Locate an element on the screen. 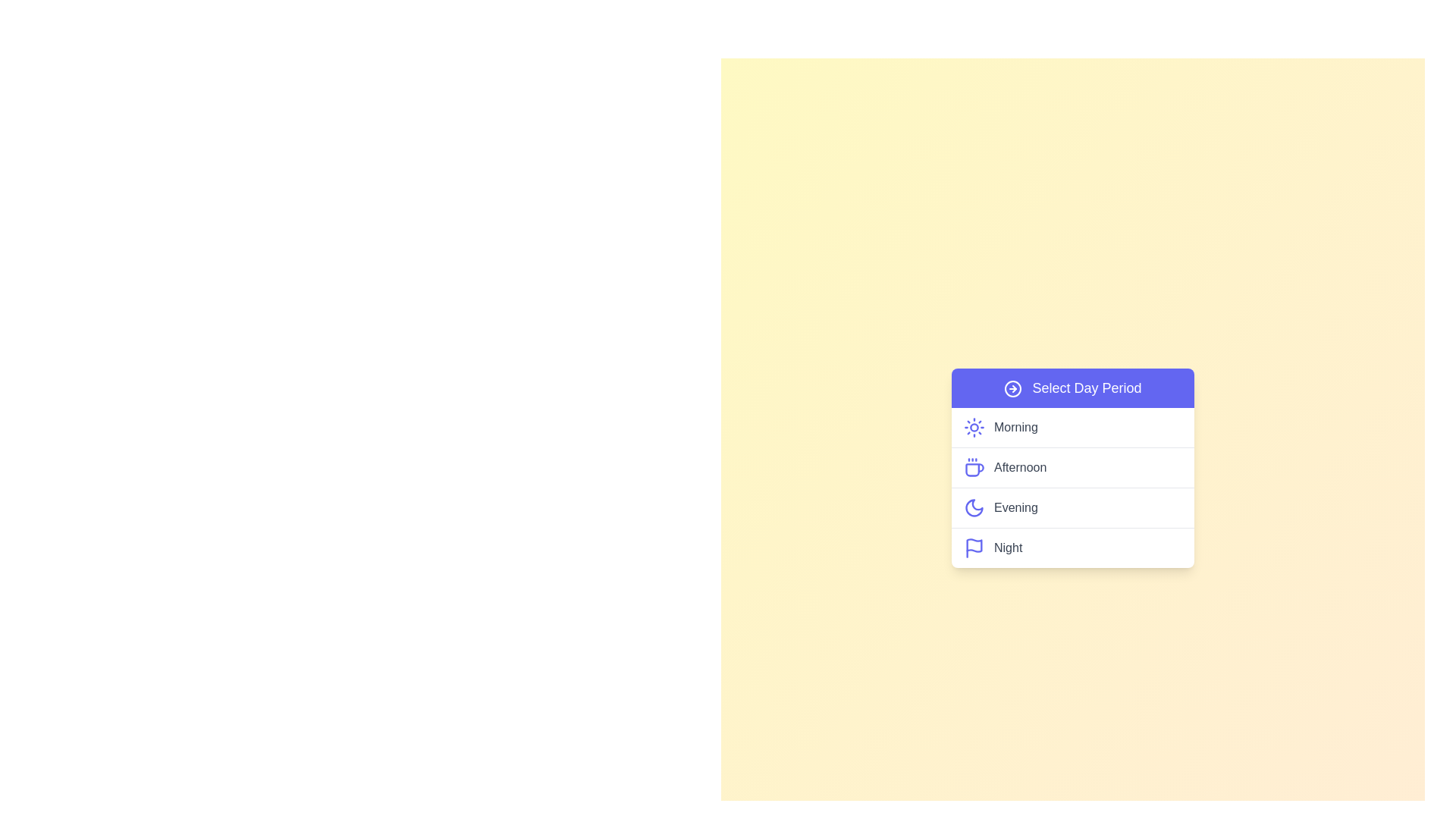  'Select Day Period' button to toggle the menu visibility is located at coordinates (1072, 387).